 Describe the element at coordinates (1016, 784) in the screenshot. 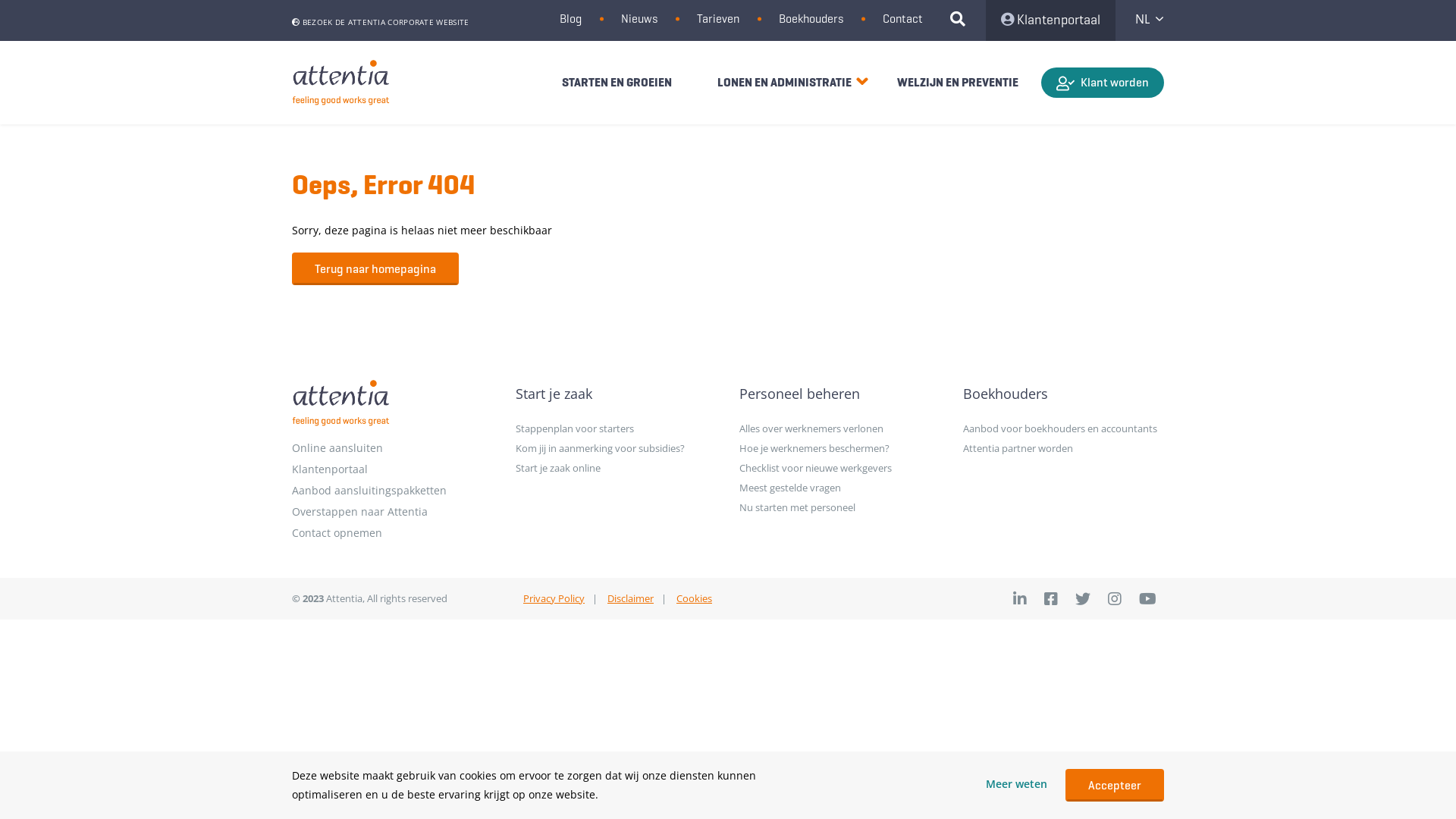

I see `'Meer weten'` at that location.